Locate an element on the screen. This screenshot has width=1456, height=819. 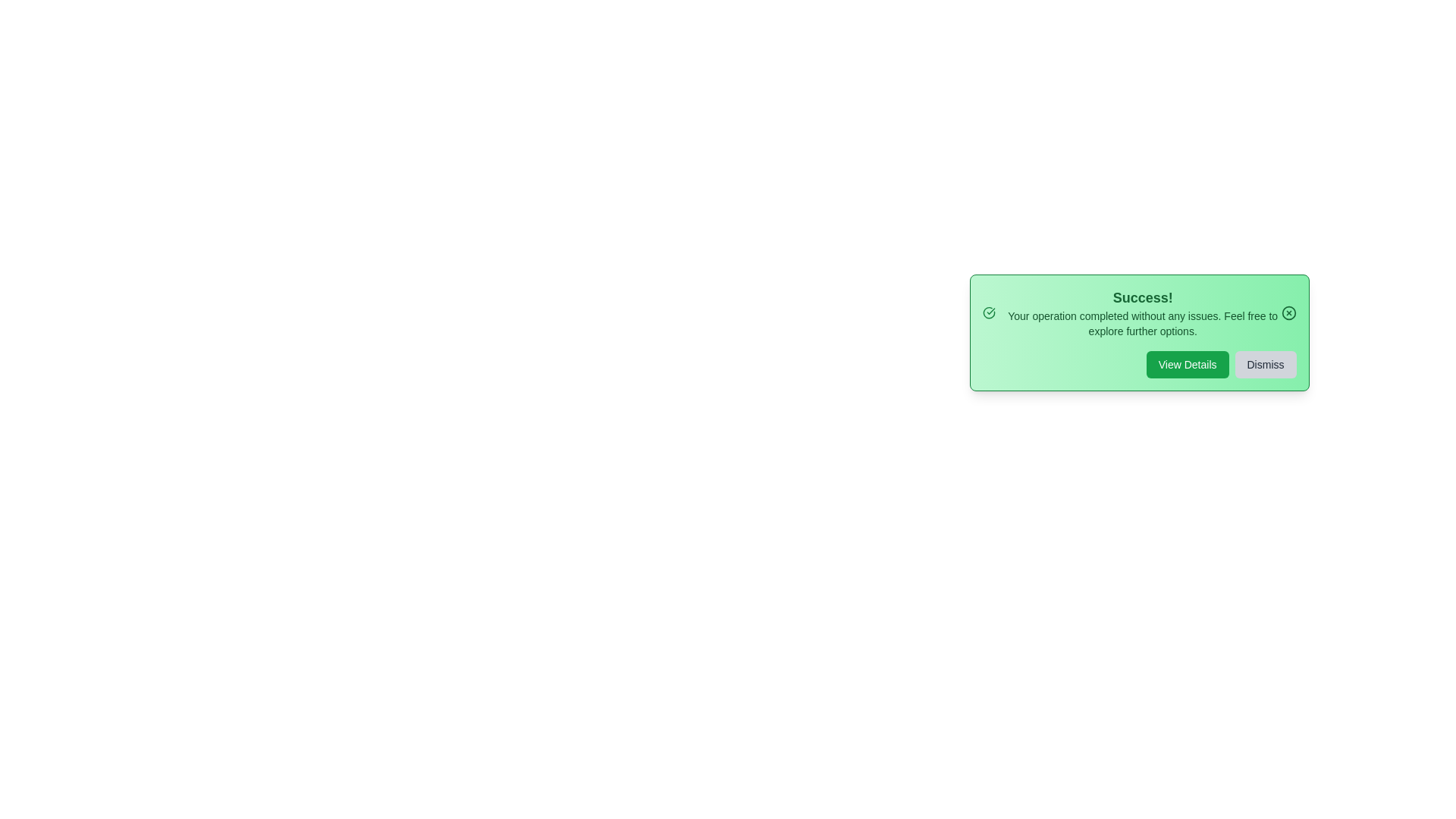
the 'Dismiss' button is located at coordinates (1266, 365).